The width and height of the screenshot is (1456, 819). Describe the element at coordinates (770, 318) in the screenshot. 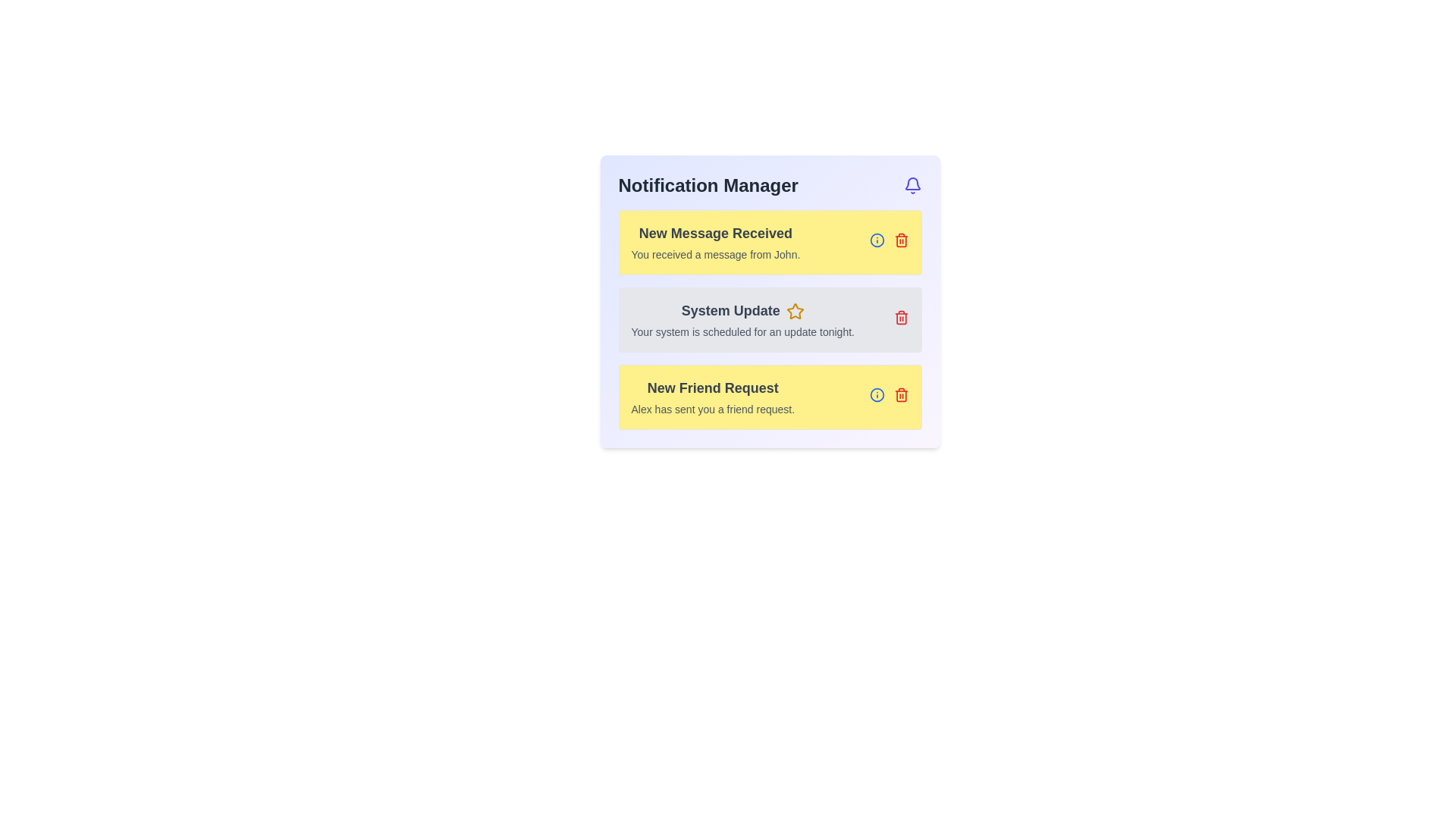

I see `notification details for the 'System Update' item in the Notification panel, which includes the title in bold and the description below it` at that location.